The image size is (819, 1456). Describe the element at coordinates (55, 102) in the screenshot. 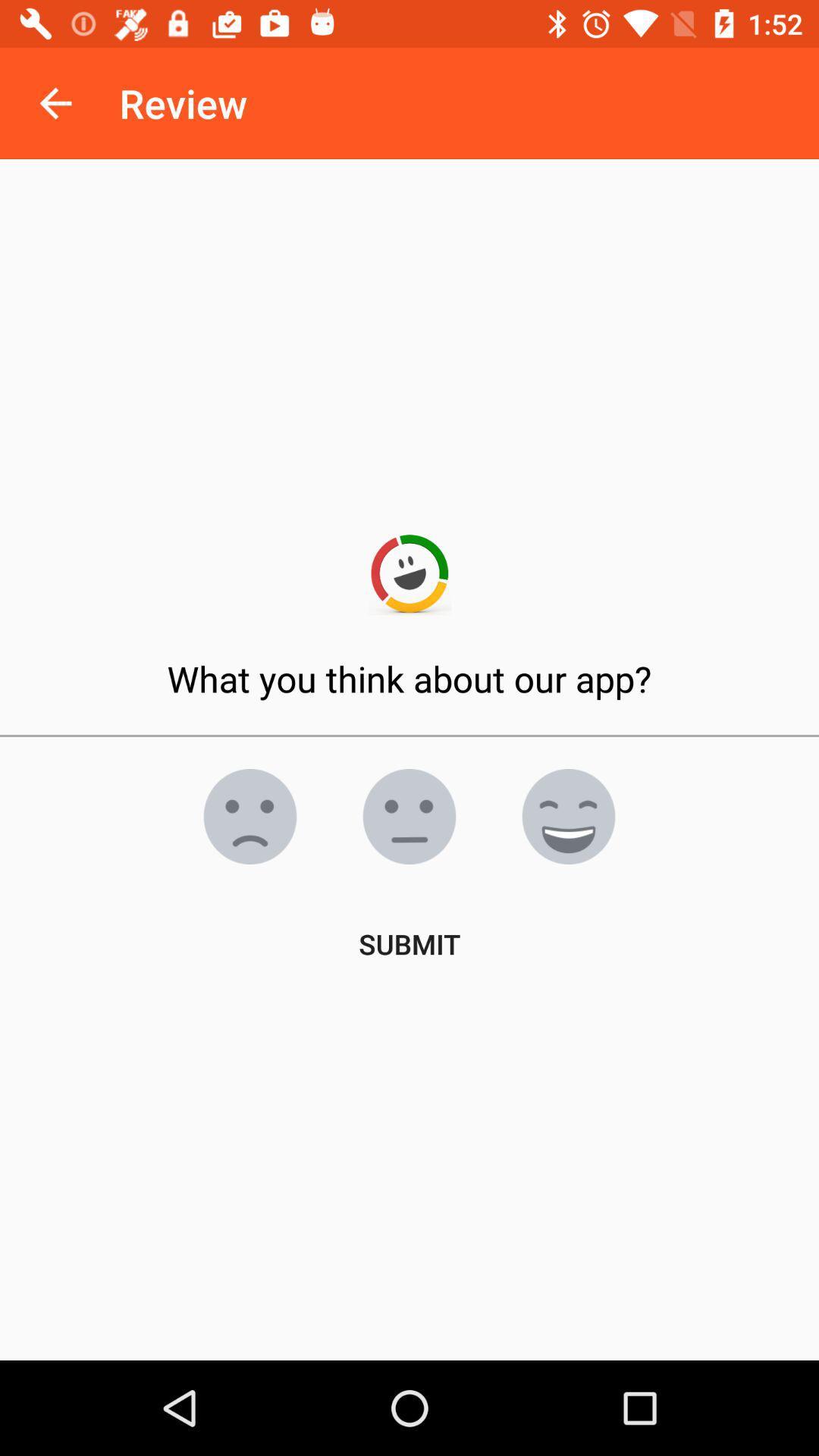

I see `app to the left of the review app` at that location.